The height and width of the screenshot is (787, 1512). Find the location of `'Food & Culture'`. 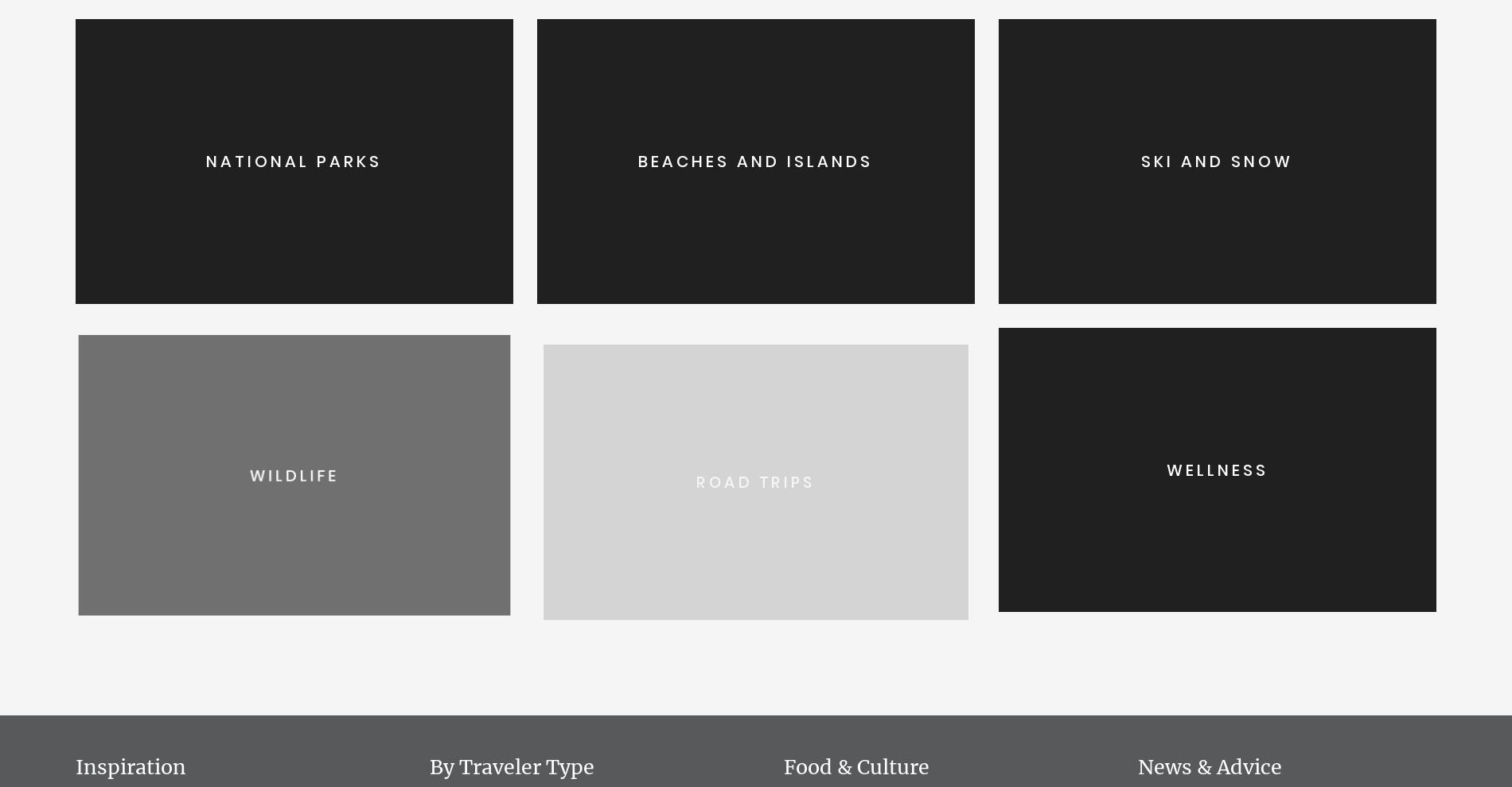

'Food & Culture' is located at coordinates (856, 766).